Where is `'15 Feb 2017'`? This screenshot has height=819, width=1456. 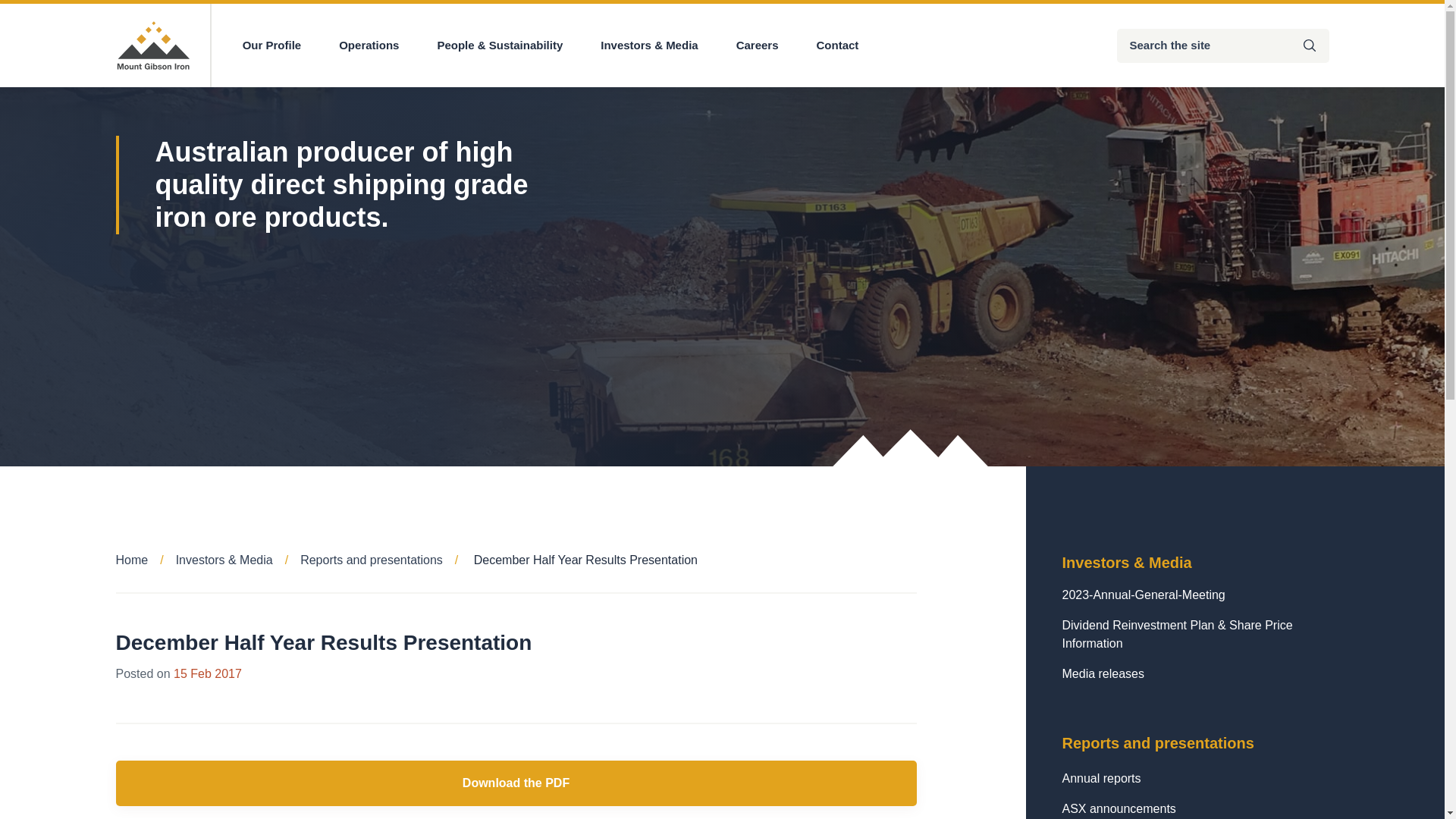
'15 Feb 2017' is located at coordinates (174, 673).